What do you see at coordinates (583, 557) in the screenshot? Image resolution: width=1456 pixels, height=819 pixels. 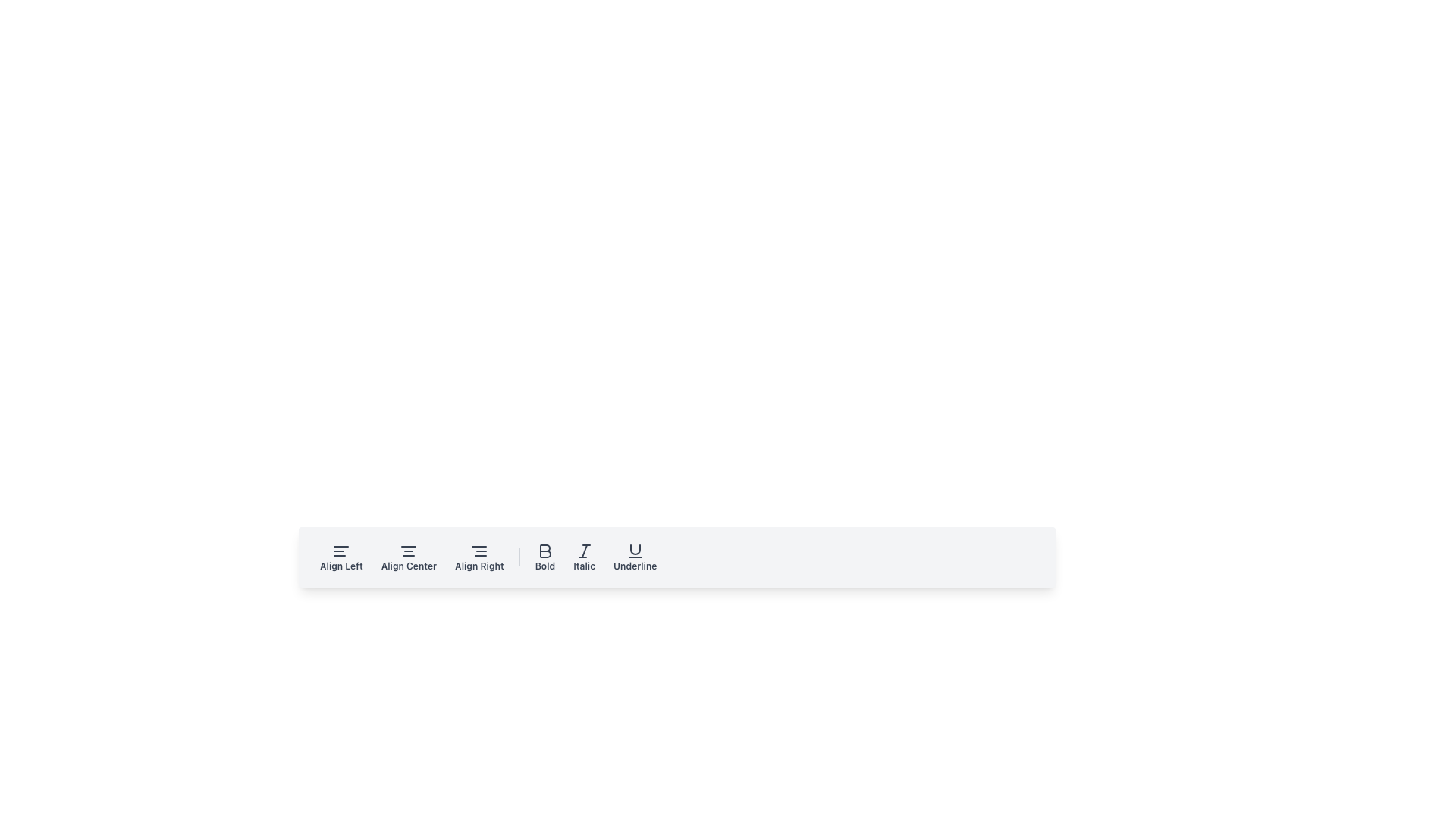 I see `the 'Italic' button in the toolbar` at bounding box center [583, 557].